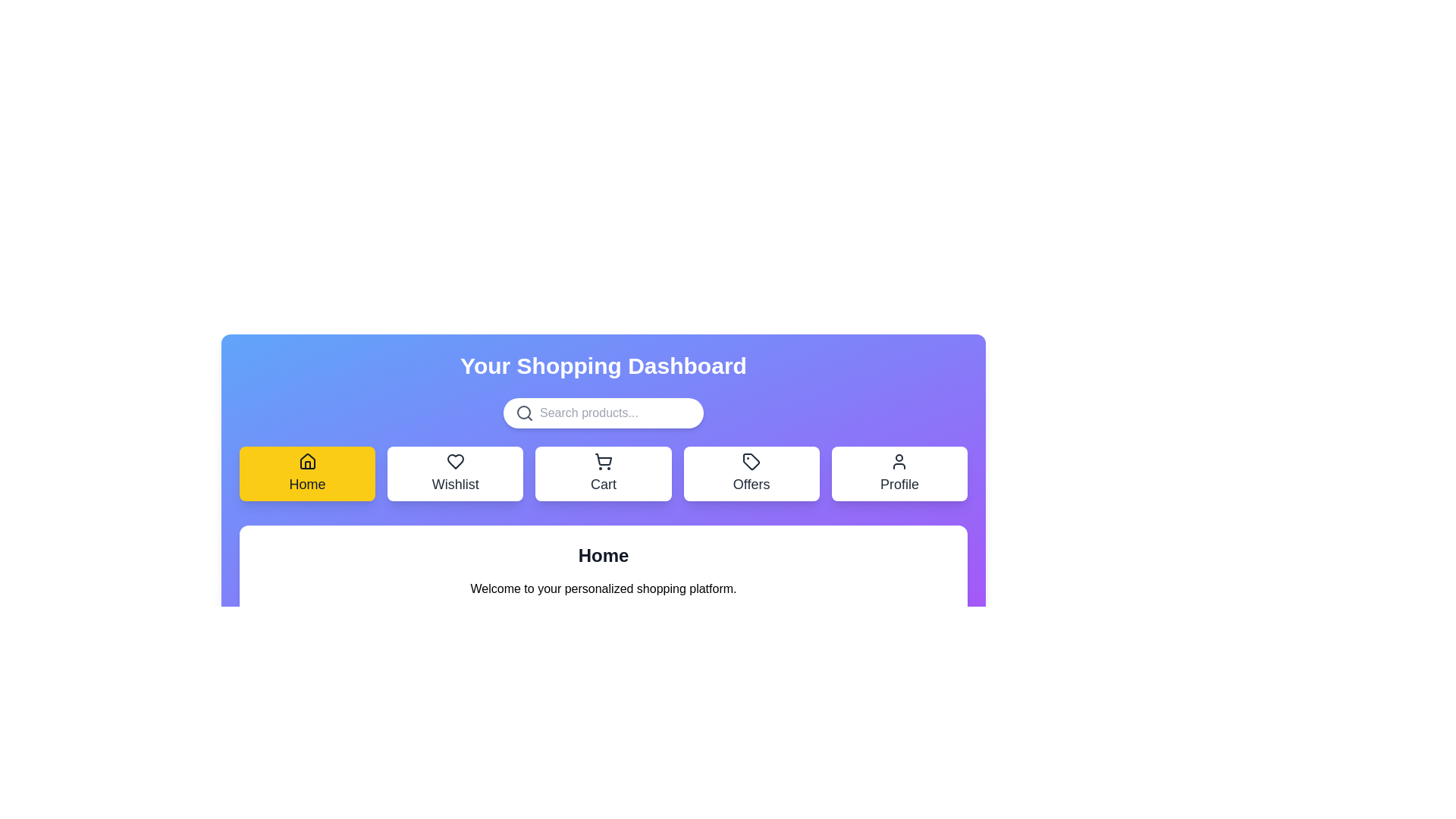 The height and width of the screenshot is (819, 1456). Describe the element at coordinates (615, 413) in the screenshot. I see `the text input field with the placeholder text 'Search products...'` at that location.